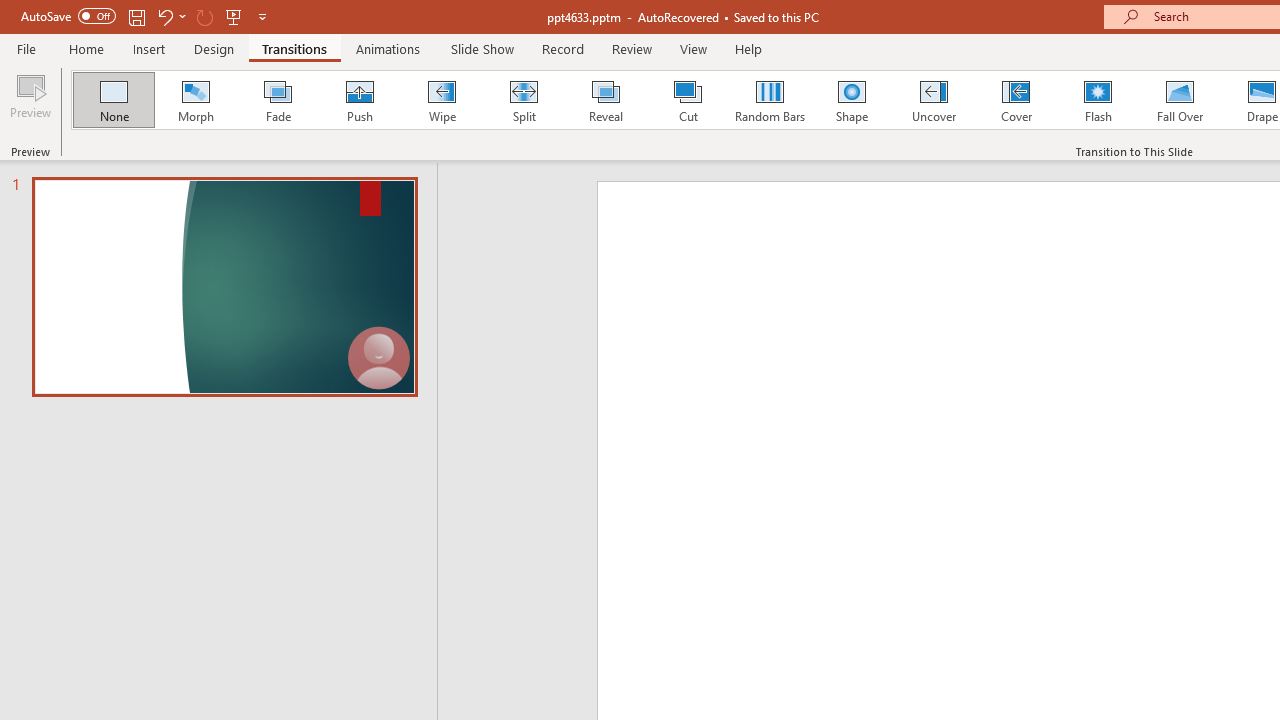  What do you see at coordinates (1097, 100) in the screenshot?
I see `'Flash'` at bounding box center [1097, 100].